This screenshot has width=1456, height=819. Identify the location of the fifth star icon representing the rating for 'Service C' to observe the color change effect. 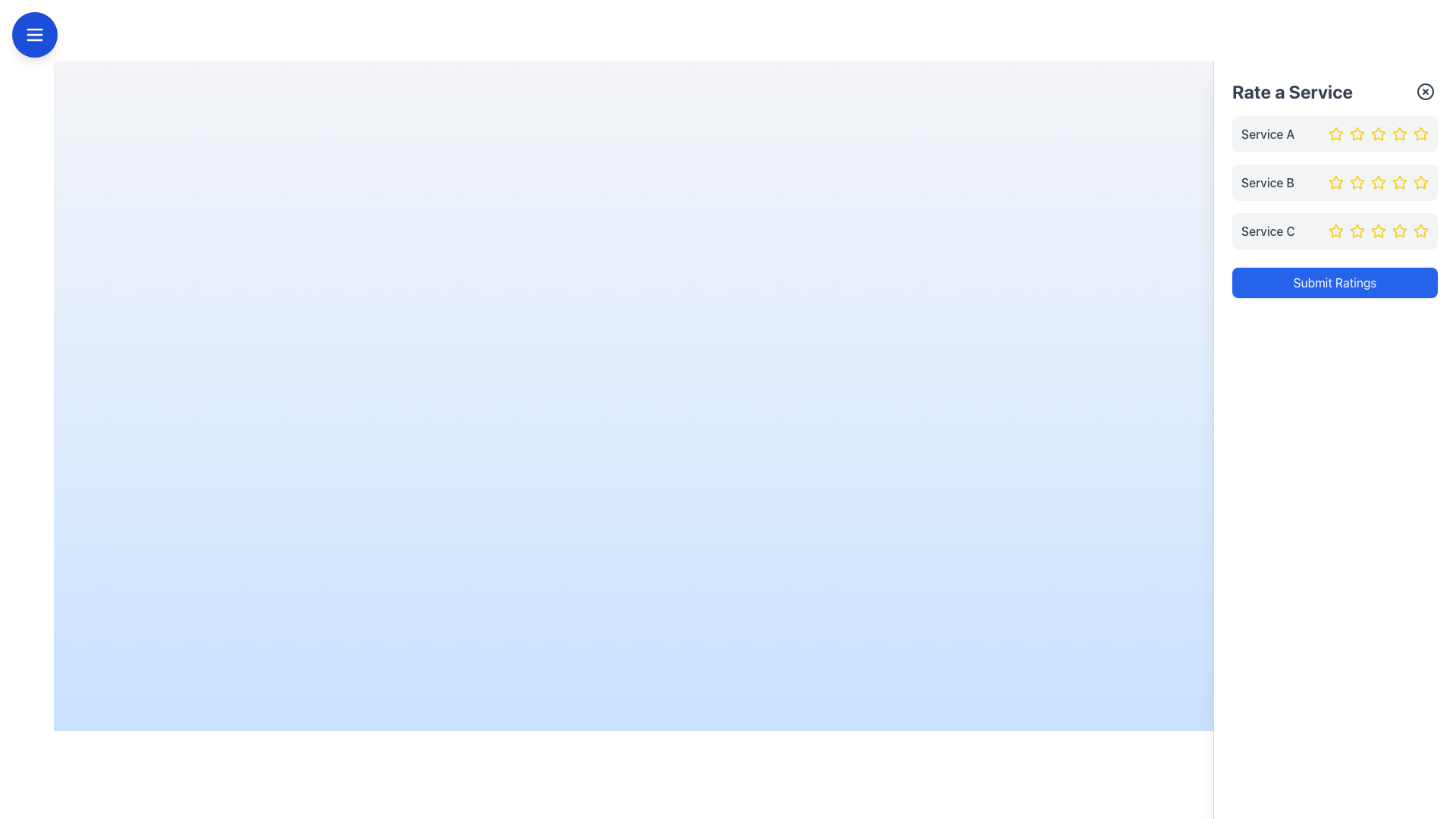
(1420, 231).